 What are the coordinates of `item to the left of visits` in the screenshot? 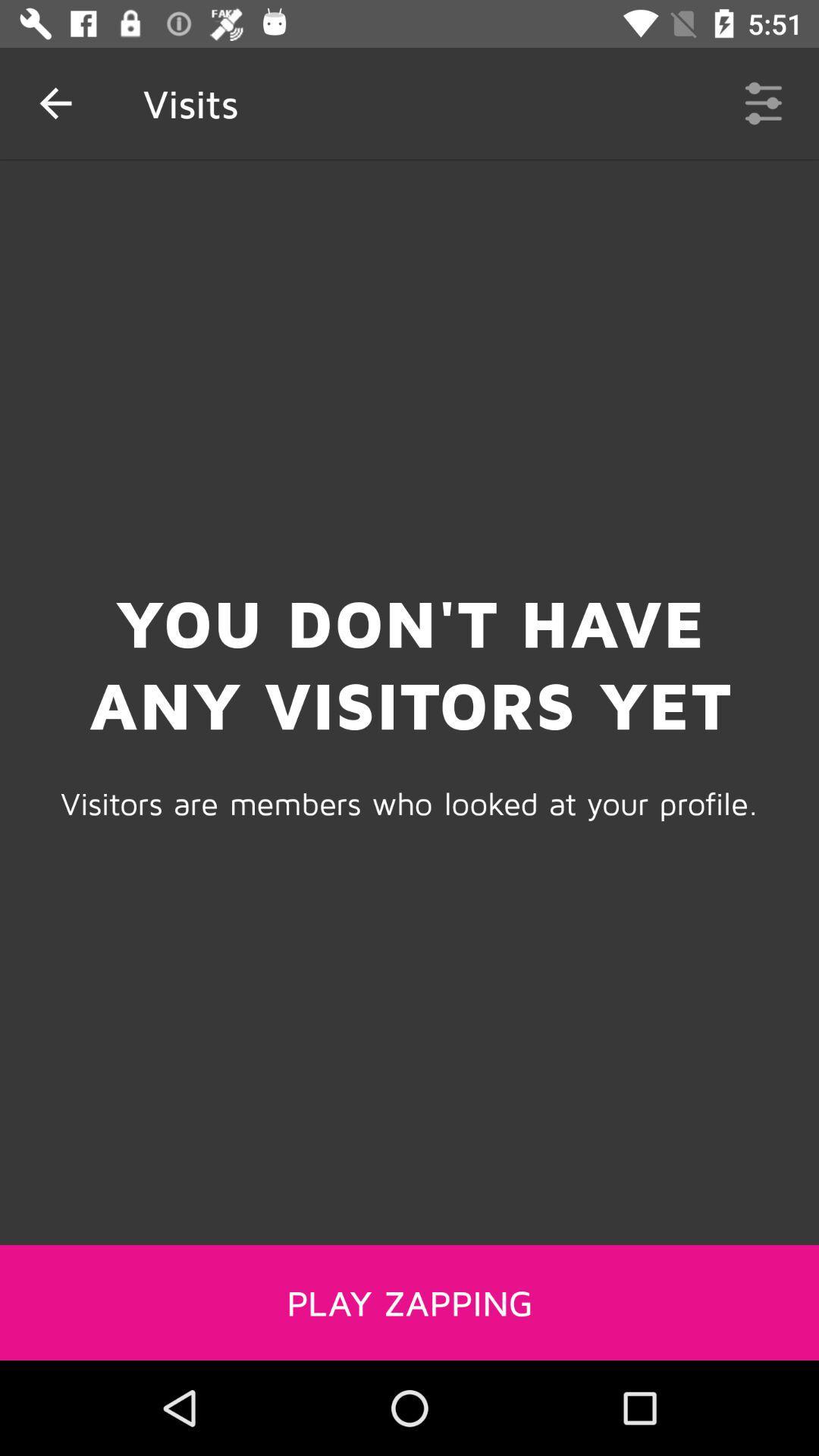 It's located at (55, 102).